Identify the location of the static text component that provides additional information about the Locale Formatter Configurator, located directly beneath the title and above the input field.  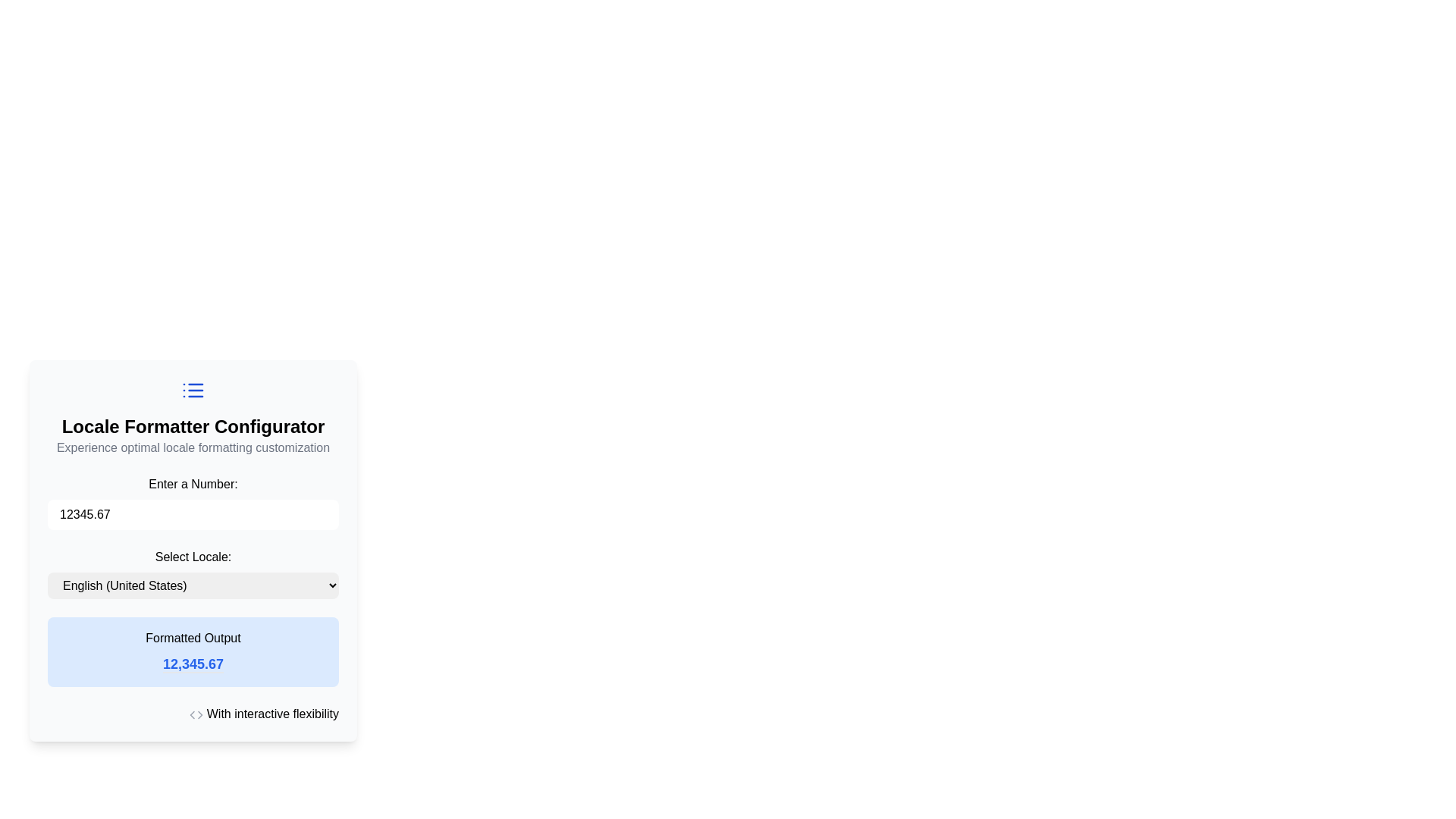
(192, 447).